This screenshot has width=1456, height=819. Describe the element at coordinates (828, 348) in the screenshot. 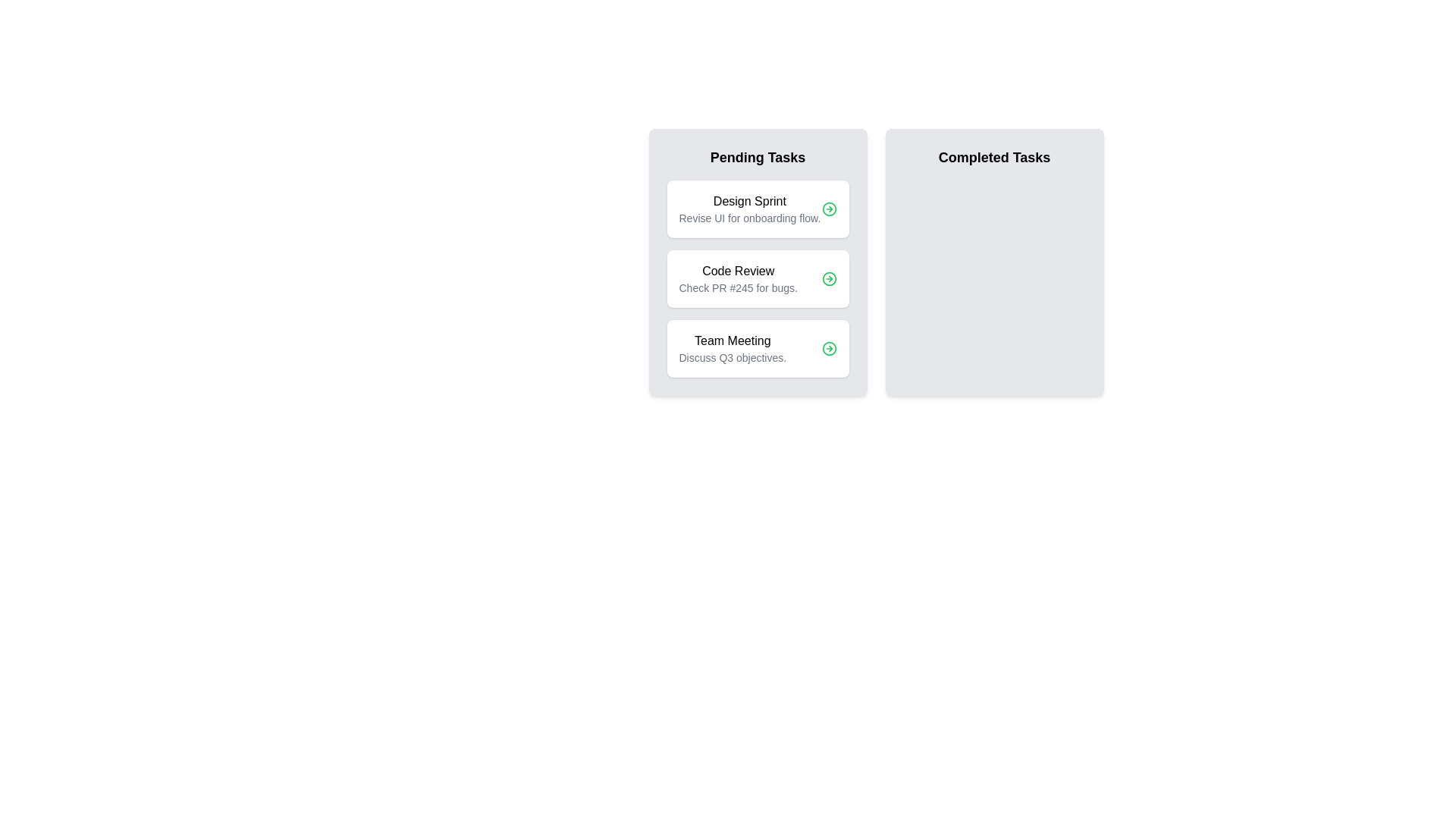

I see `action button for the task 'Team Meeting' to move it between Pending and Completed` at that location.